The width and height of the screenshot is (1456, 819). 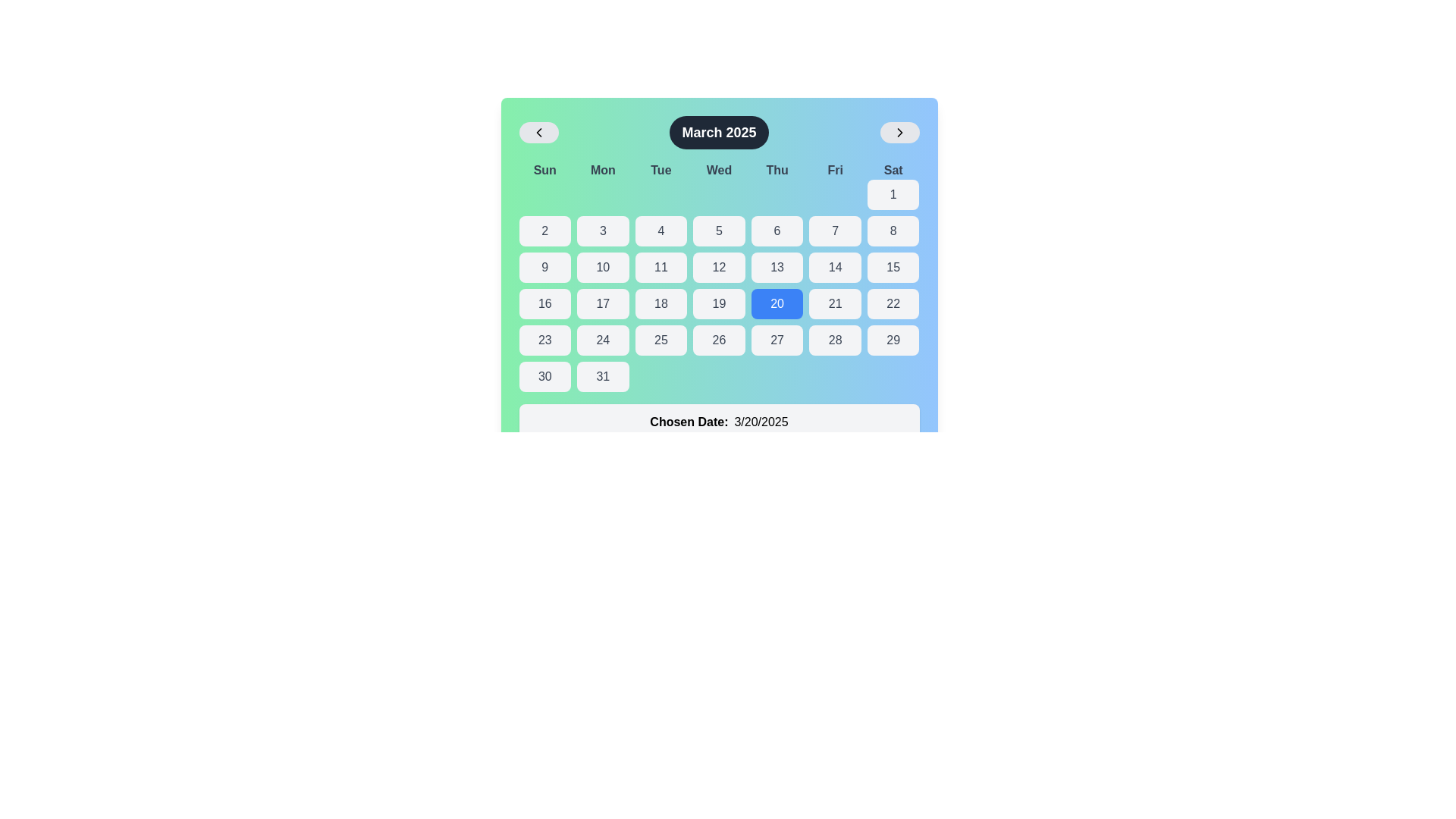 I want to click on the selectable day button representing the 15th of March 2025, so click(x=893, y=267).